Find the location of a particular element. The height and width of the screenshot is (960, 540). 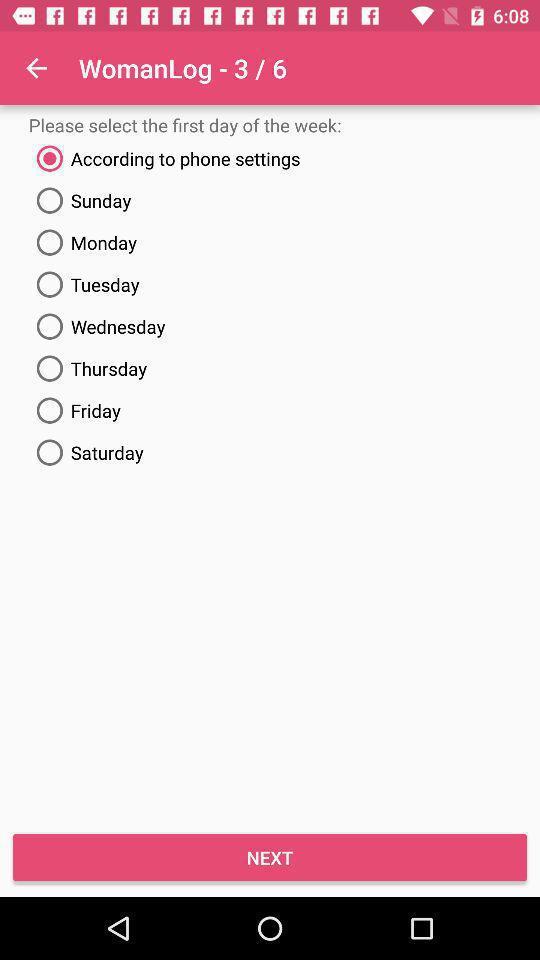

monday item is located at coordinates (270, 241).